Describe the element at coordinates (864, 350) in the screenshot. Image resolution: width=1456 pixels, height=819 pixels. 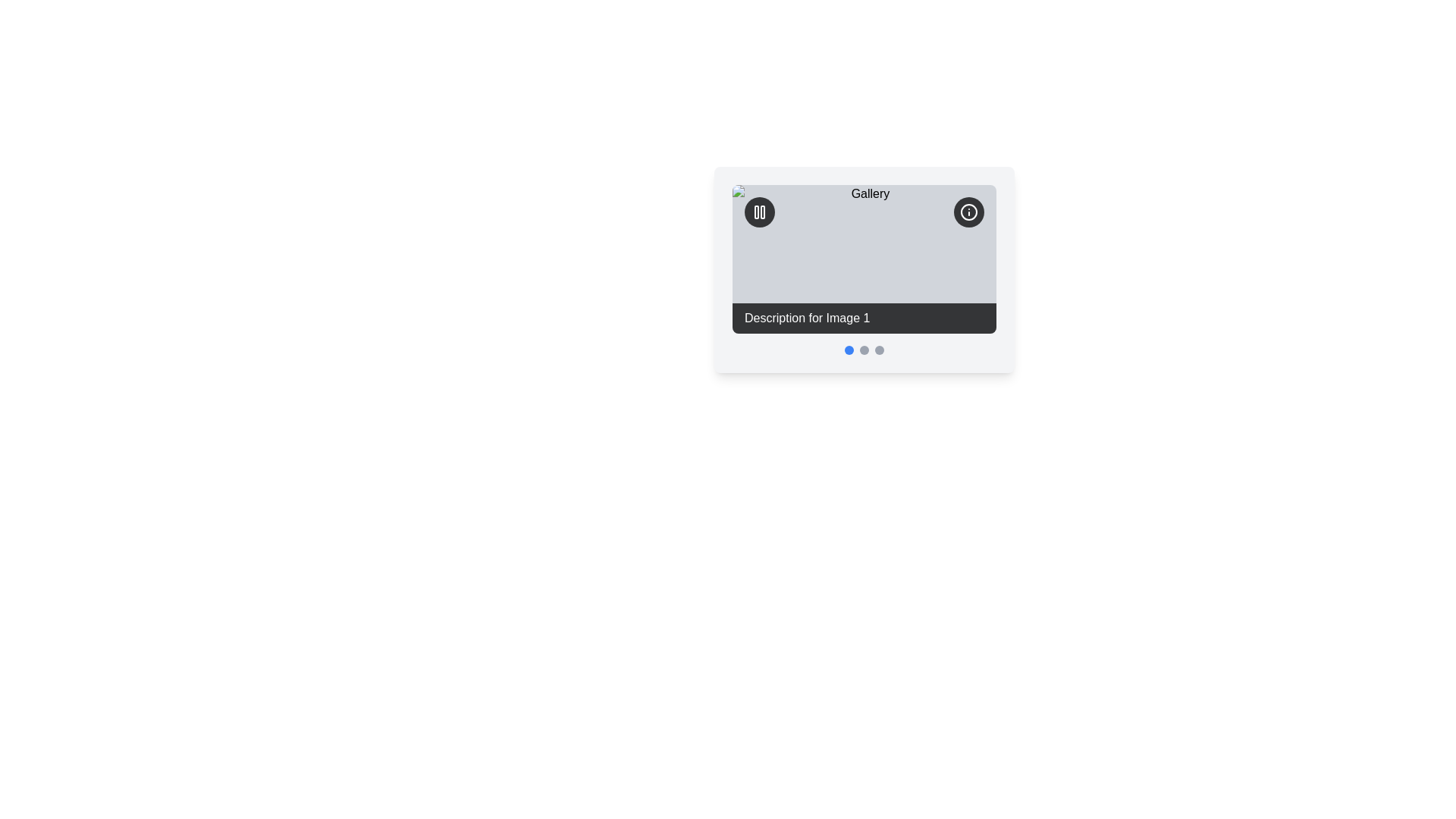
I see `the third circular indicator in the navigation indicator, which is gray` at that location.